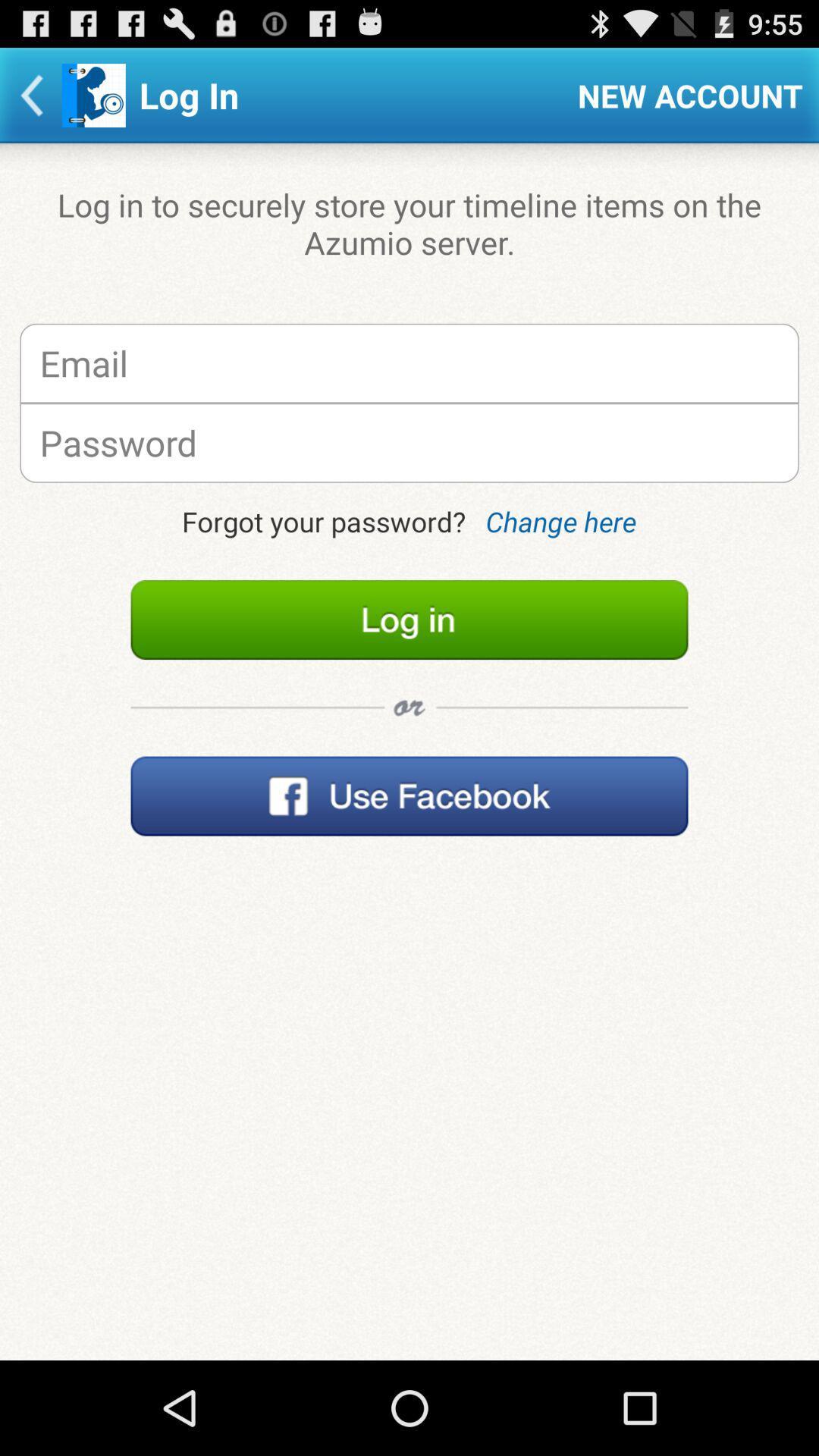 The width and height of the screenshot is (819, 1456). I want to click on item next to the log in item, so click(690, 94).